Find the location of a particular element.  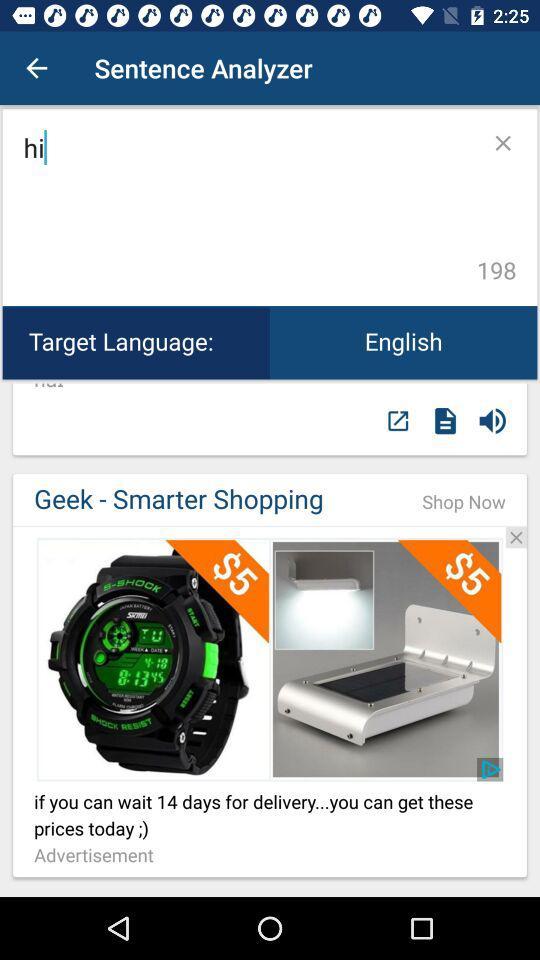

visit sponsor is located at coordinates (270, 525).